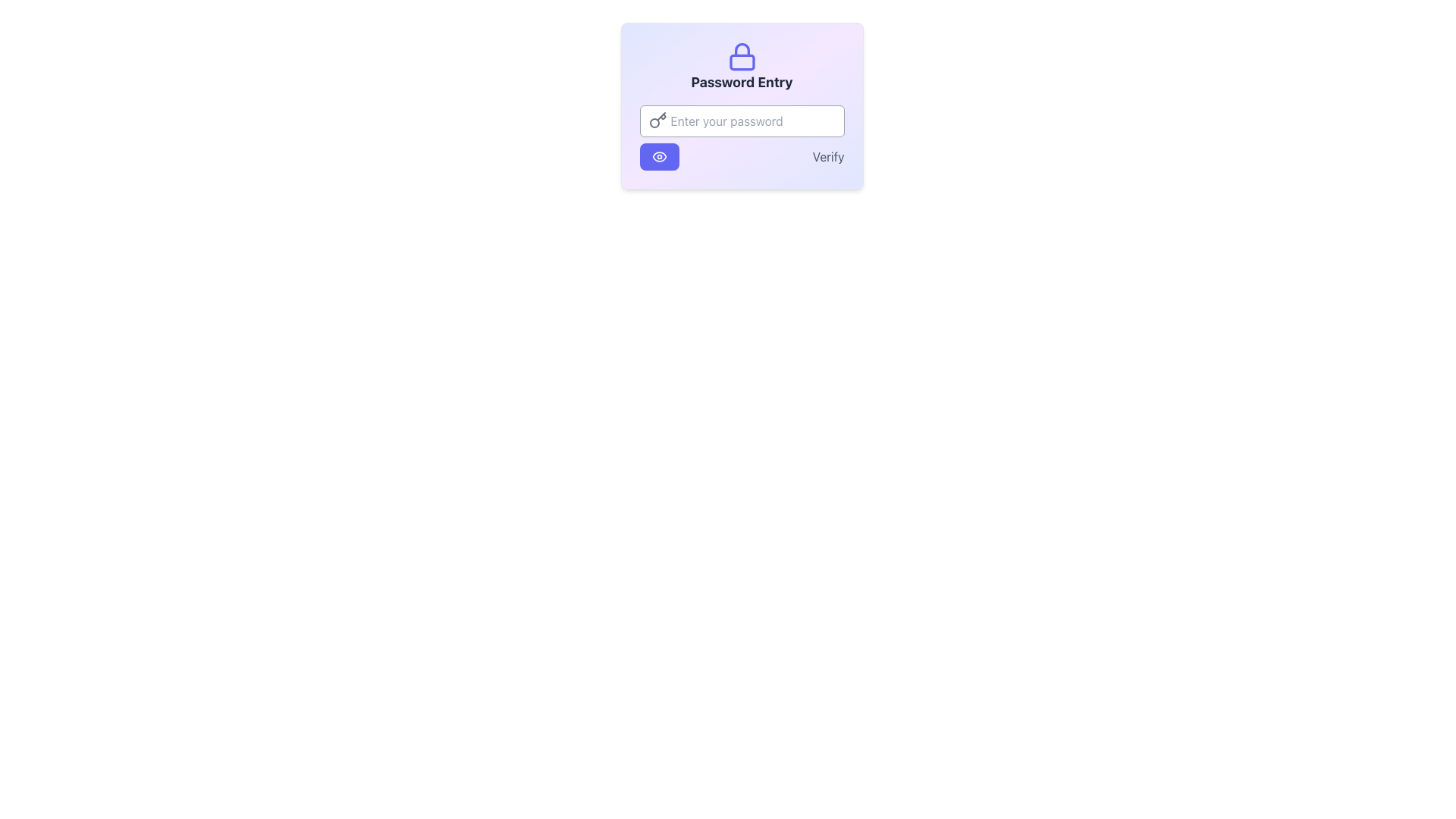 This screenshot has width=1456, height=819. What do you see at coordinates (827, 157) in the screenshot?
I see `the confirmation button located at the bottom-right corner of the login dialog box` at bounding box center [827, 157].